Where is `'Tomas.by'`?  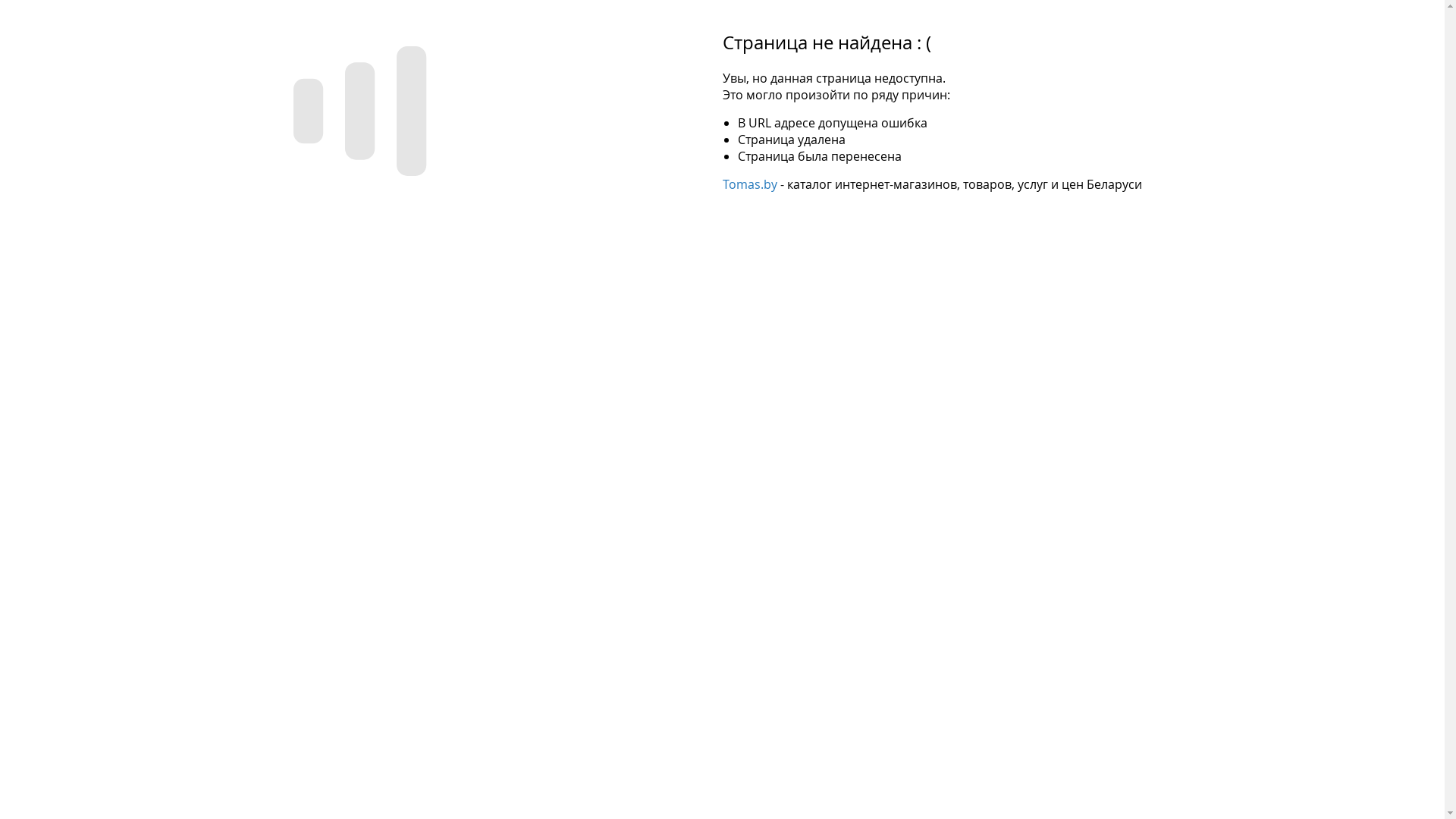 'Tomas.by' is located at coordinates (720, 184).